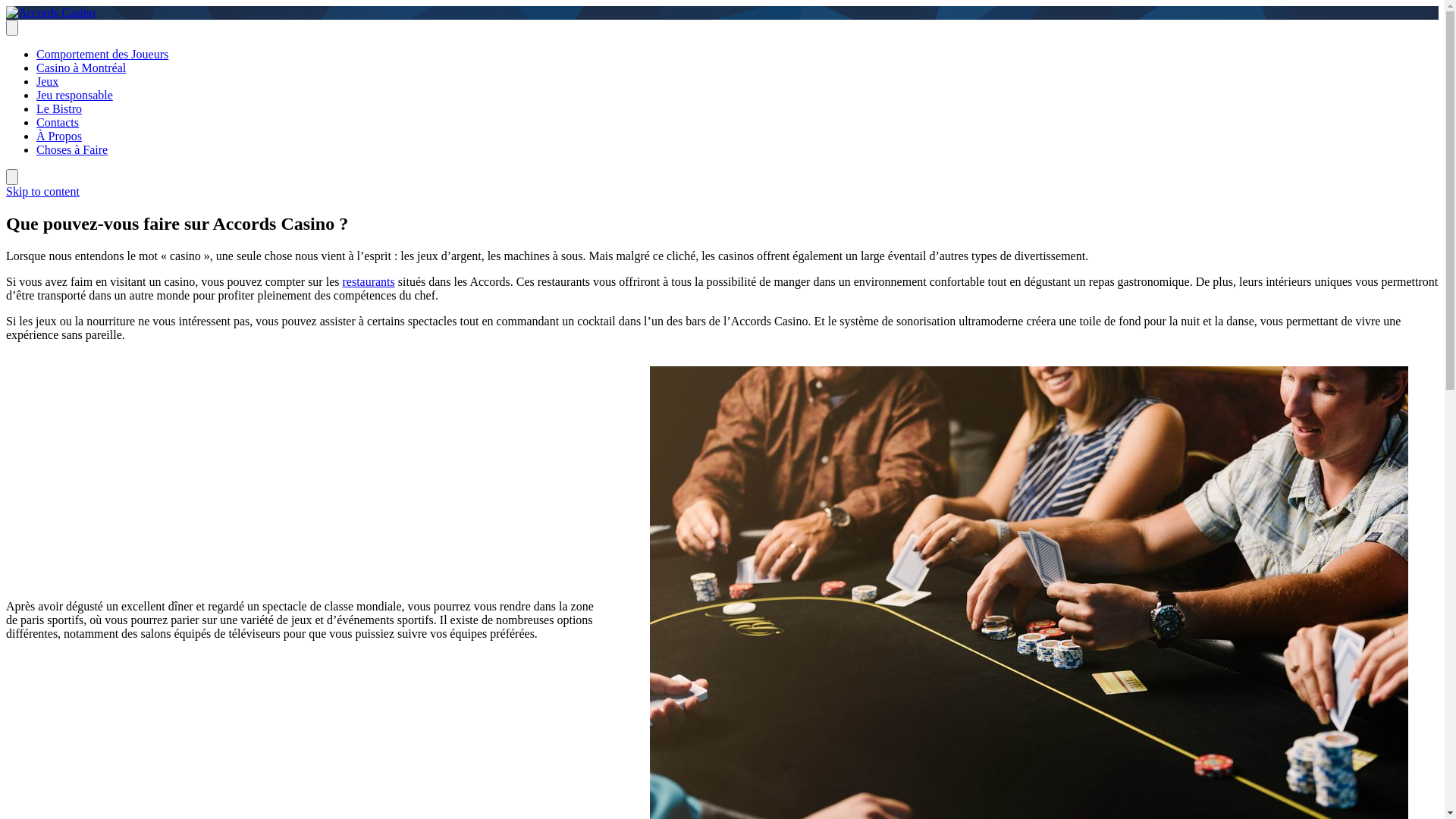 This screenshot has height=819, width=1456. Describe the element at coordinates (58, 108) in the screenshot. I see `'Le Bistro'` at that location.